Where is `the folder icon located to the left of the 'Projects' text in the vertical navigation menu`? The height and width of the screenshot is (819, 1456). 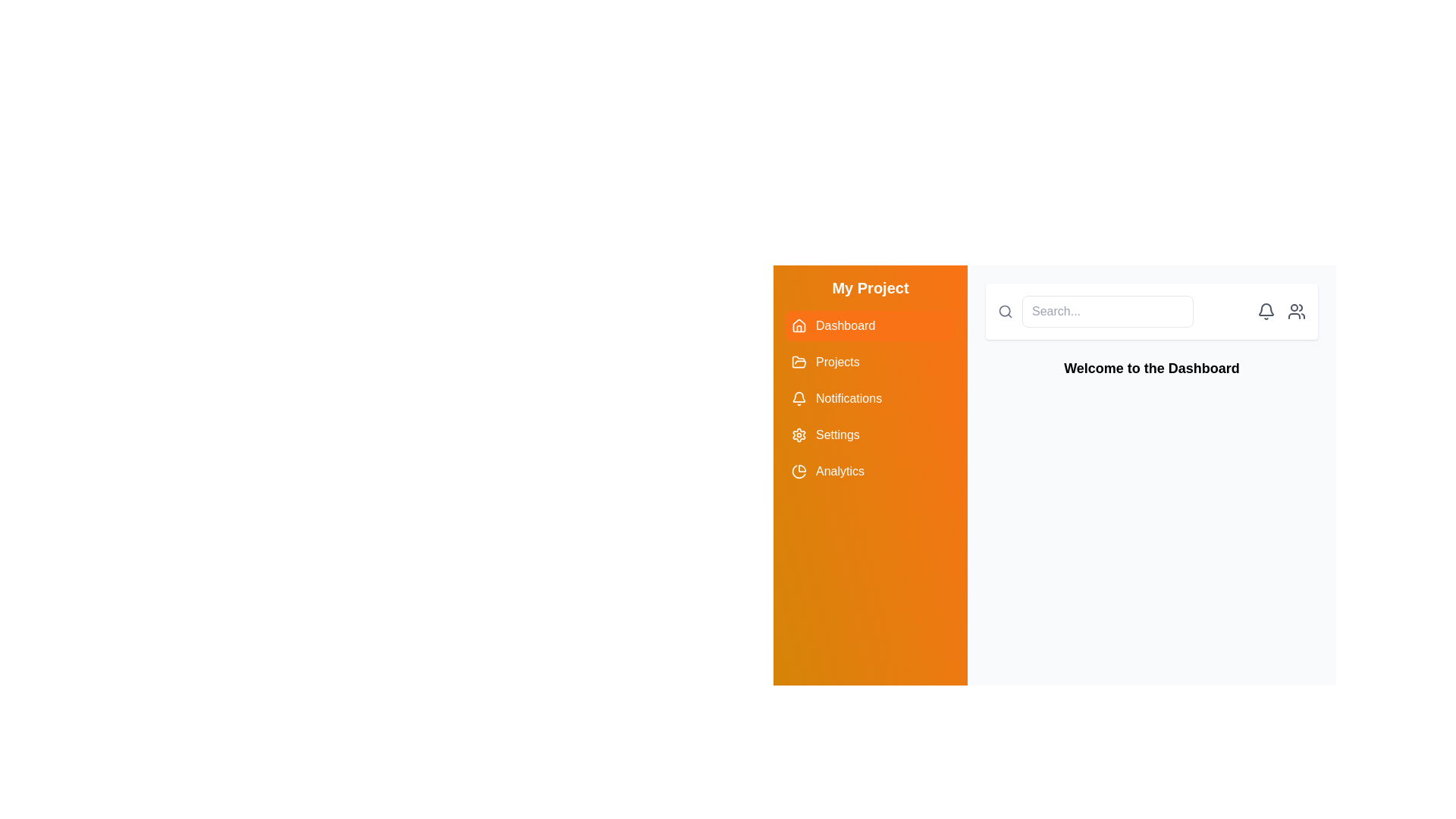 the folder icon located to the left of the 'Projects' text in the vertical navigation menu is located at coordinates (799, 362).